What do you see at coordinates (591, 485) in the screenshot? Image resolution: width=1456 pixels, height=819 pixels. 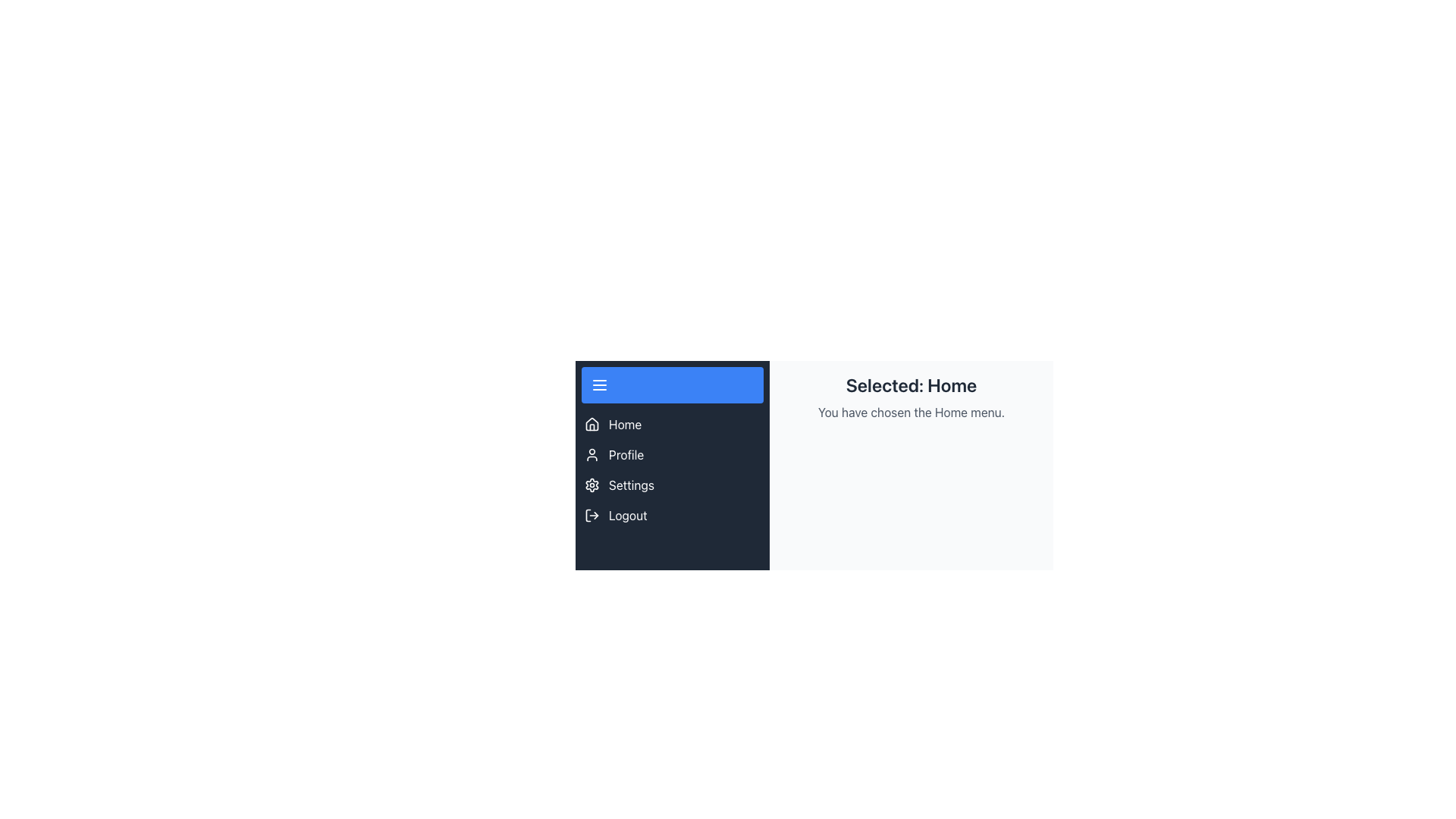 I see `the 'Settings' icon in the vertical navigation menu` at bounding box center [591, 485].